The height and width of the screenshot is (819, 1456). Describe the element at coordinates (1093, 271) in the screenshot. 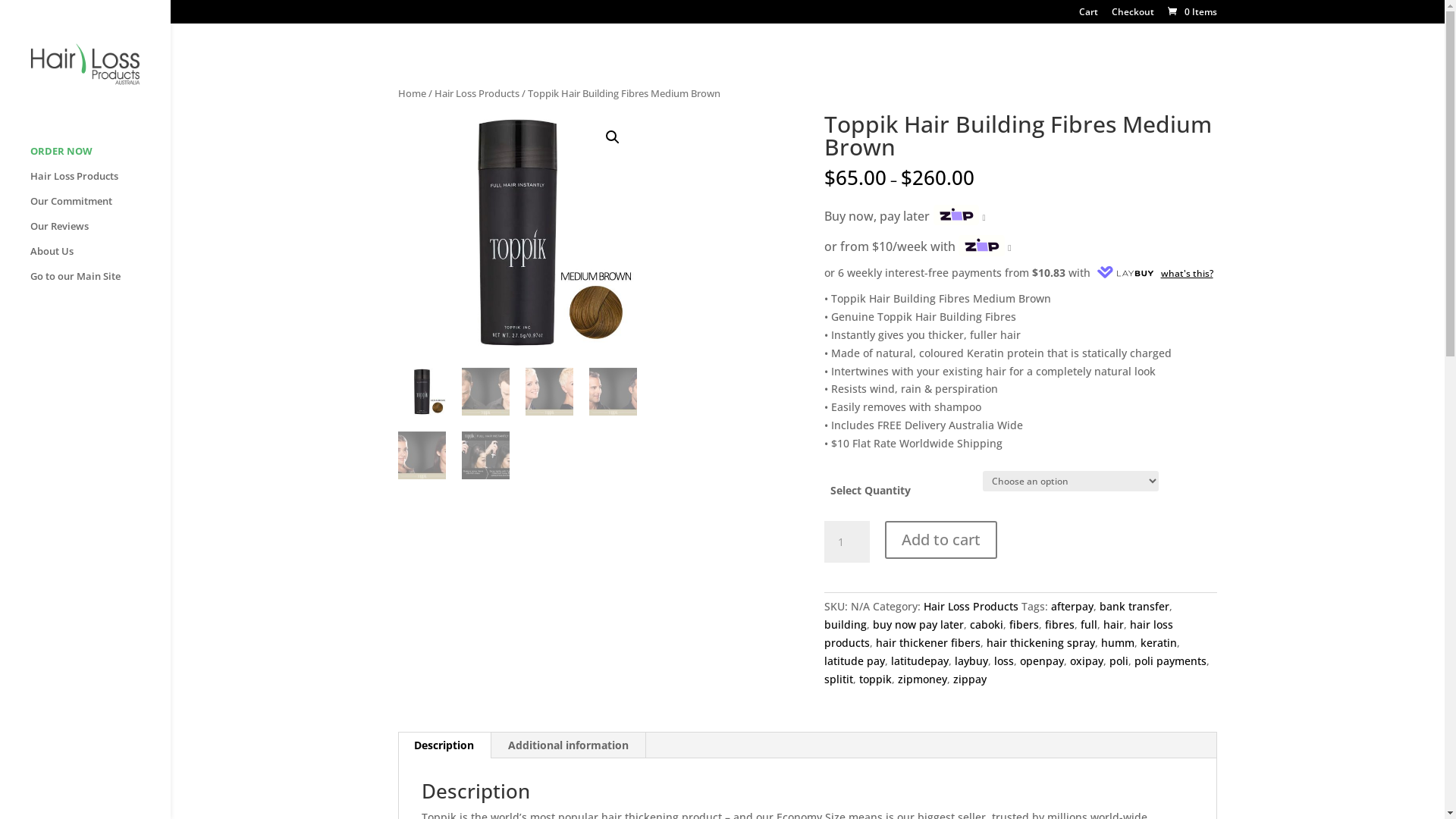

I see `'what's this?'` at that location.